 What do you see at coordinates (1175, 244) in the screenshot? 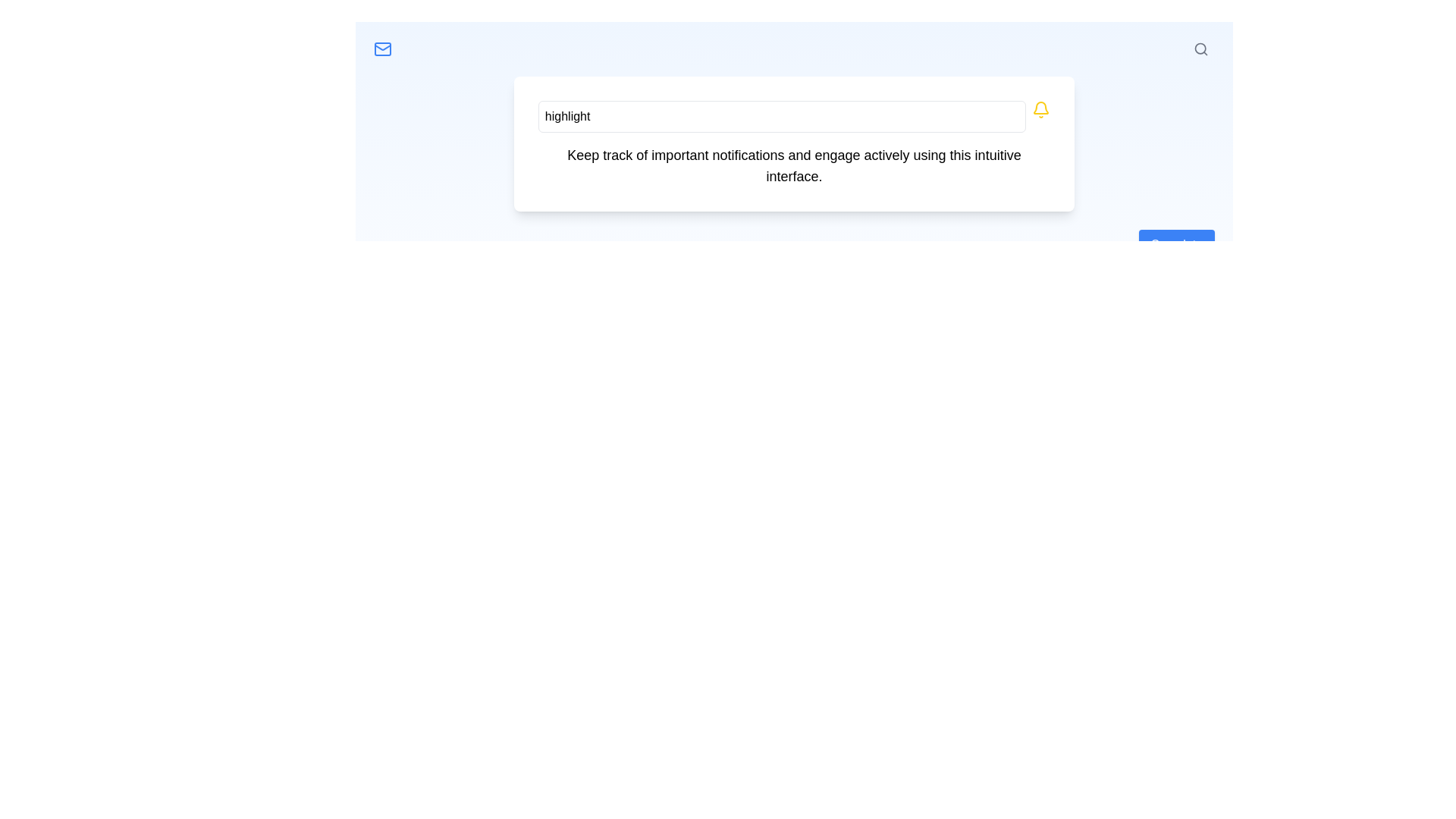
I see `the blue 'Complete' button located in the lower-right section of the visible card to observe hover-related behavior` at bounding box center [1175, 244].